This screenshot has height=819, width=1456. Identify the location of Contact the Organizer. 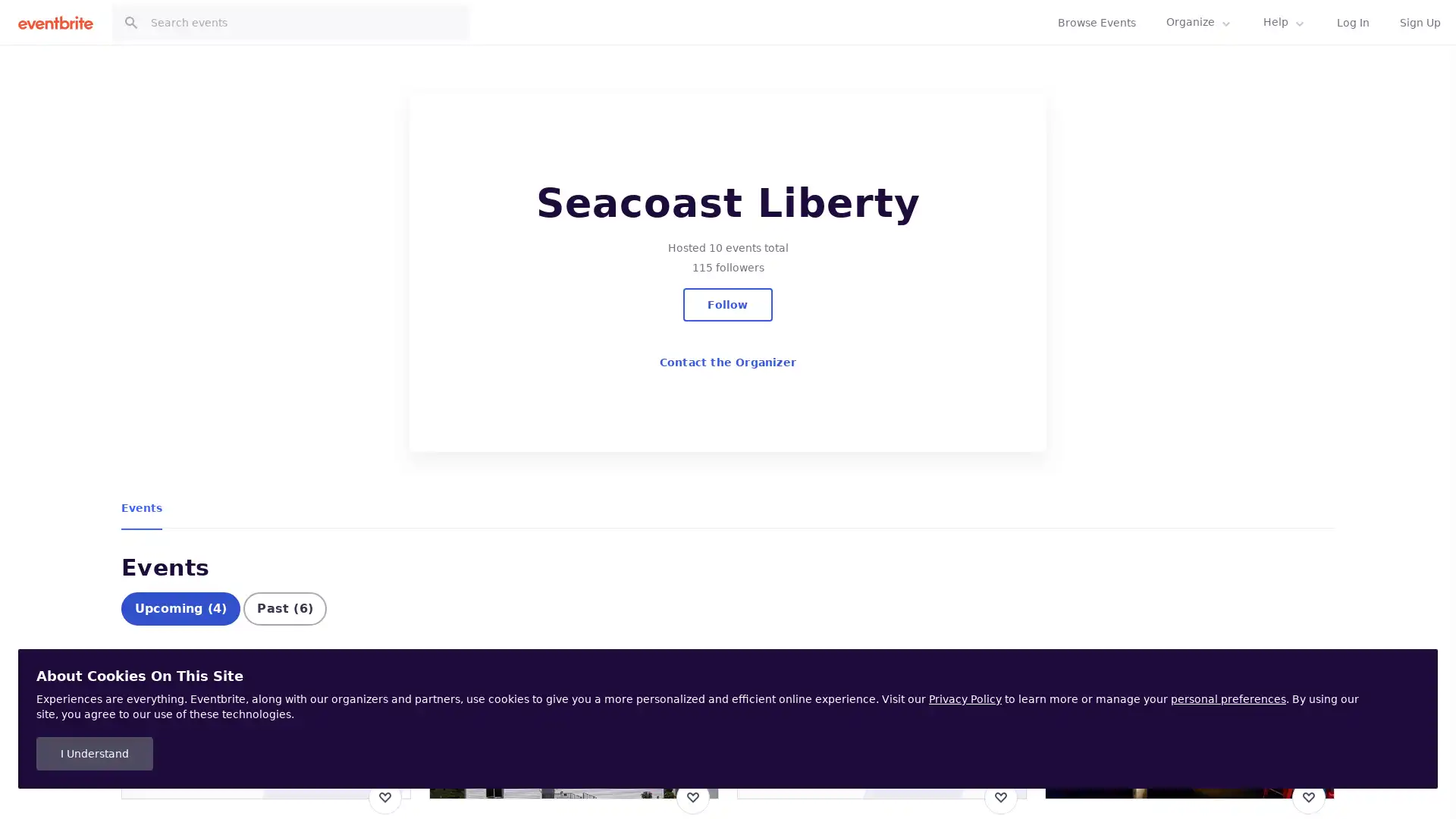
(726, 362).